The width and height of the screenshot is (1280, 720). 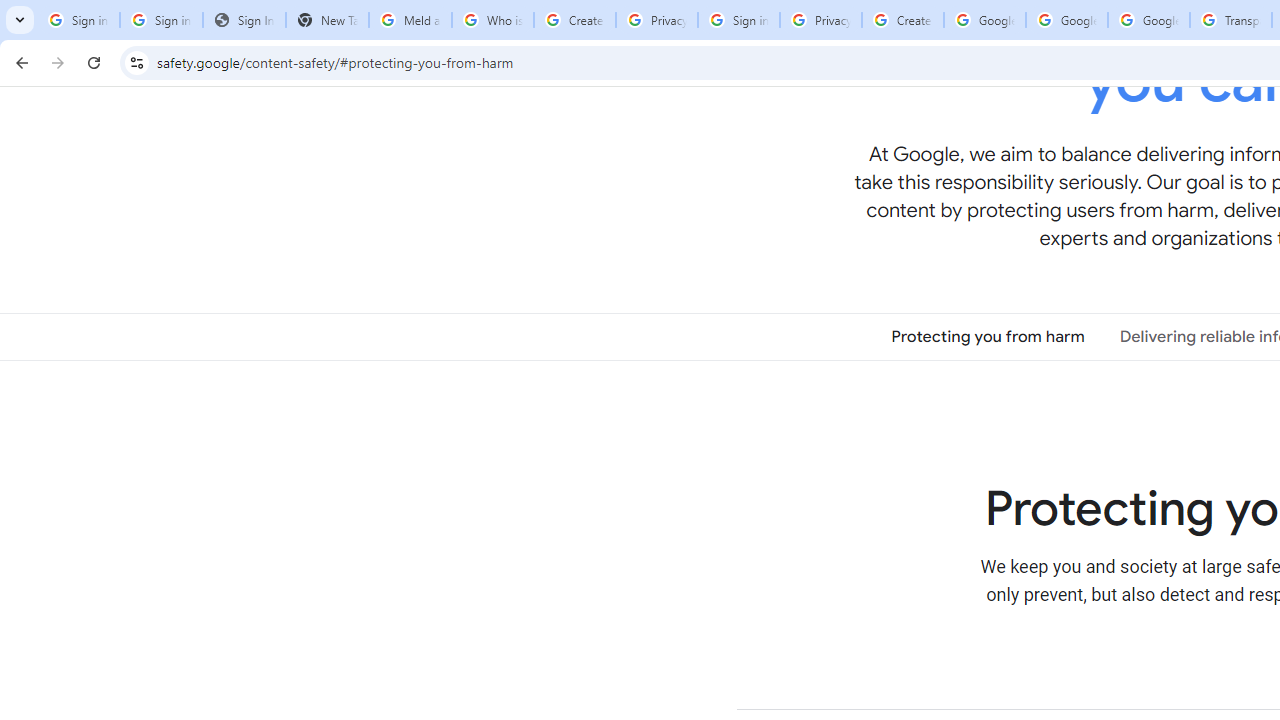 What do you see at coordinates (243, 20) in the screenshot?
I see `'Sign In - USA TODAY'` at bounding box center [243, 20].